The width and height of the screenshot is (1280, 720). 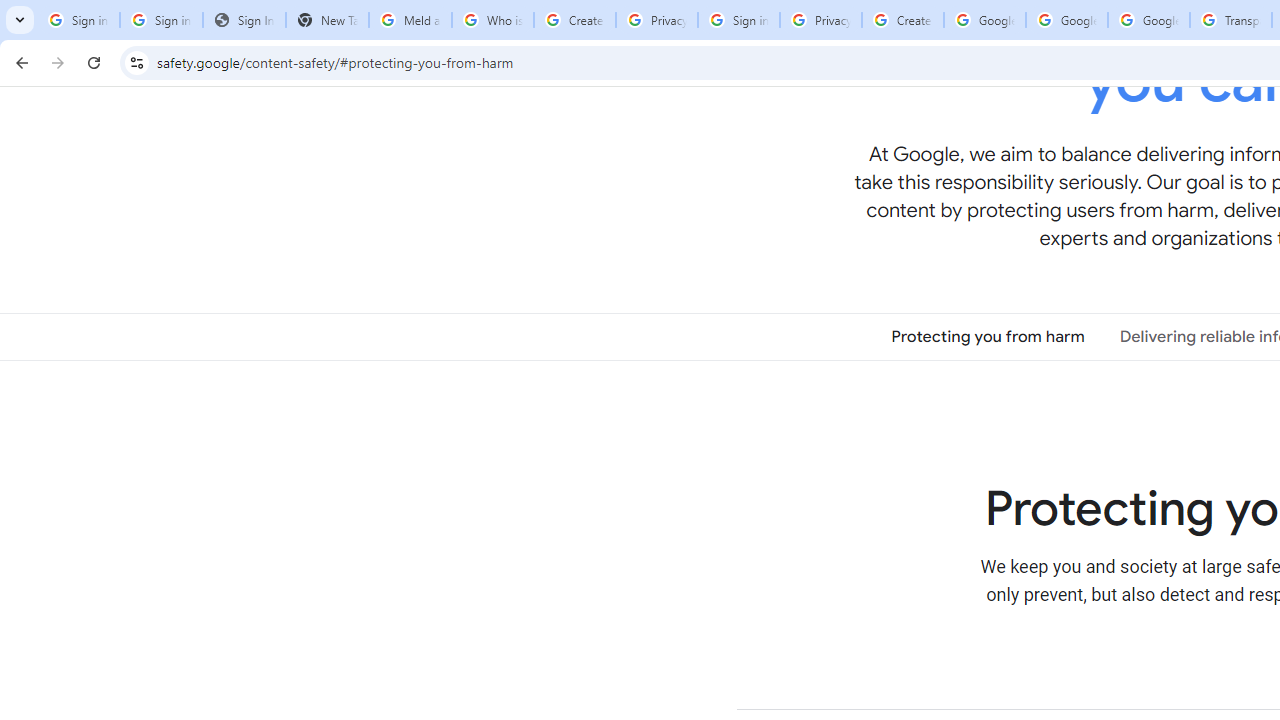 What do you see at coordinates (243, 20) in the screenshot?
I see `'Sign In - USA TODAY'` at bounding box center [243, 20].